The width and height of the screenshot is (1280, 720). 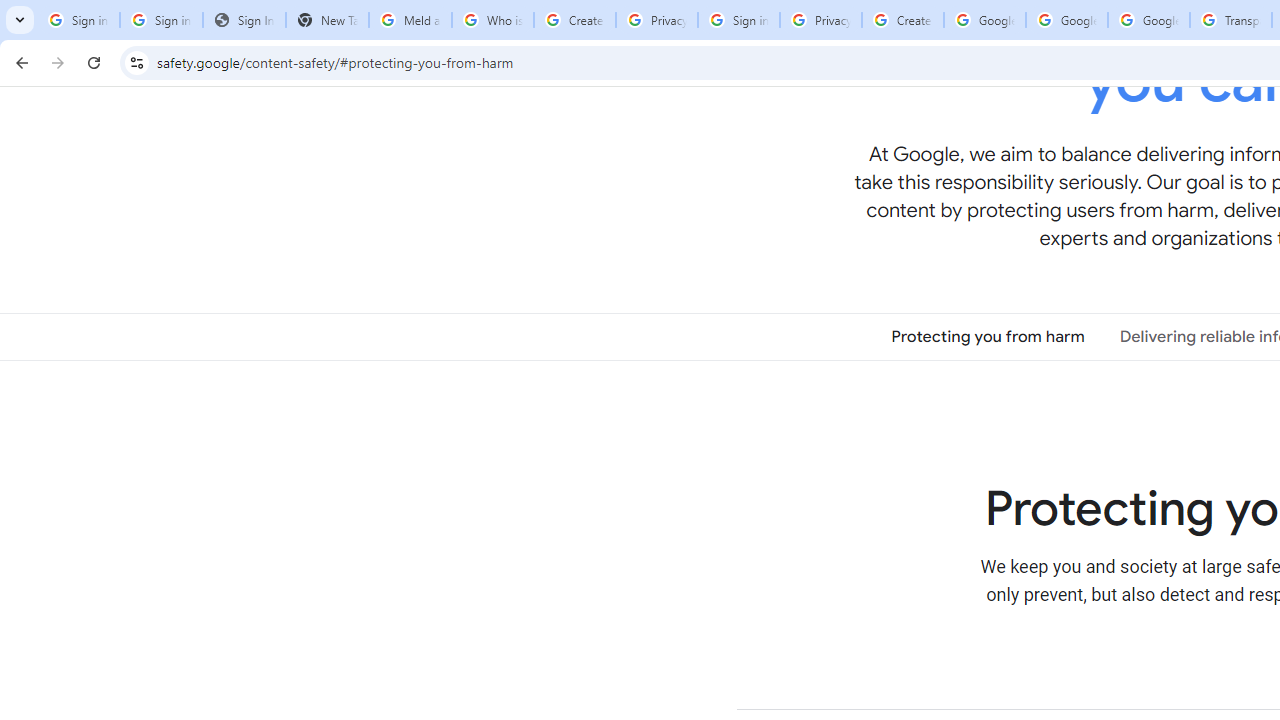 What do you see at coordinates (243, 20) in the screenshot?
I see `'Sign In - USA TODAY'` at bounding box center [243, 20].